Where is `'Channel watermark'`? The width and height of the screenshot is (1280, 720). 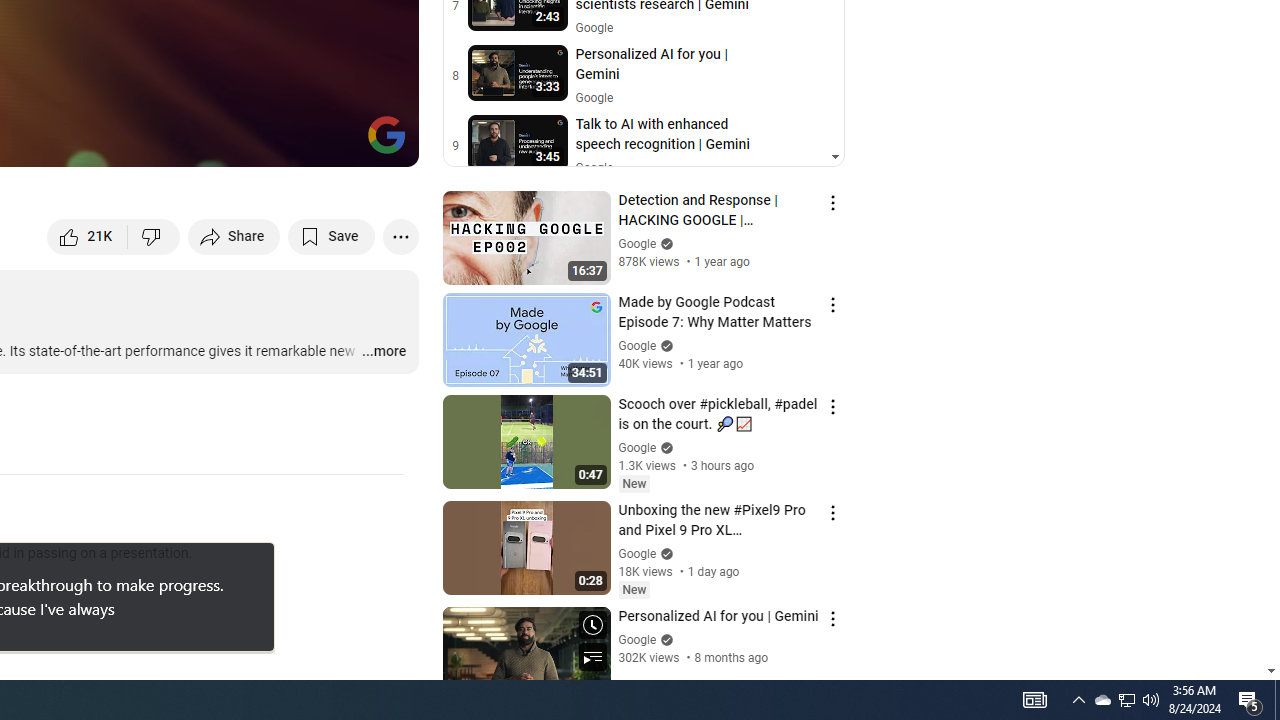
'Channel watermark' is located at coordinates (386, 135).